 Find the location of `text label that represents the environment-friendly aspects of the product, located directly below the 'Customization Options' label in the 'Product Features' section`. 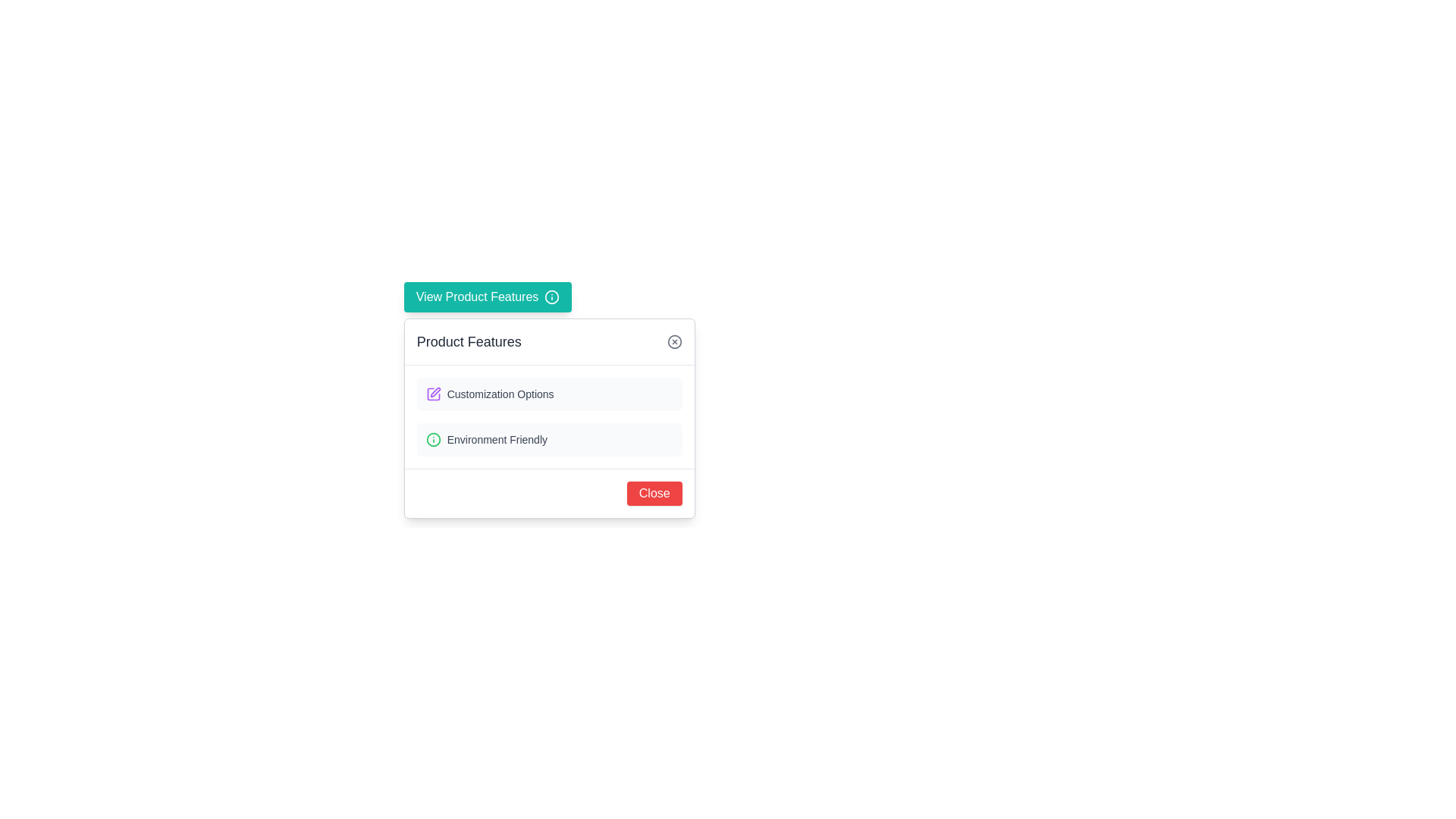

text label that represents the environment-friendly aspects of the product, located directly below the 'Customization Options' label in the 'Product Features' section is located at coordinates (497, 439).